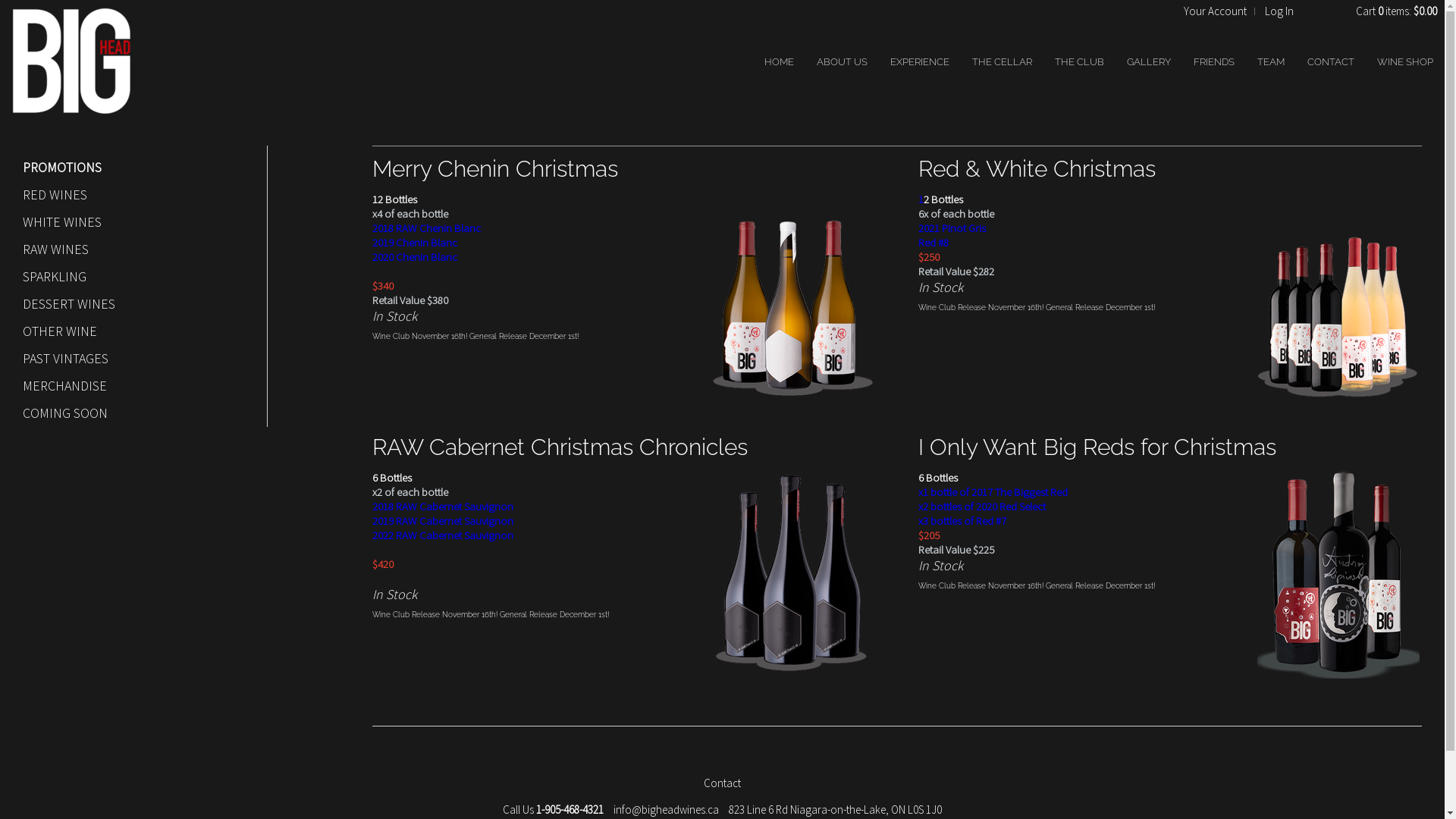  I want to click on '2019 RAW Cabernet Sauvignon', so click(442, 519).